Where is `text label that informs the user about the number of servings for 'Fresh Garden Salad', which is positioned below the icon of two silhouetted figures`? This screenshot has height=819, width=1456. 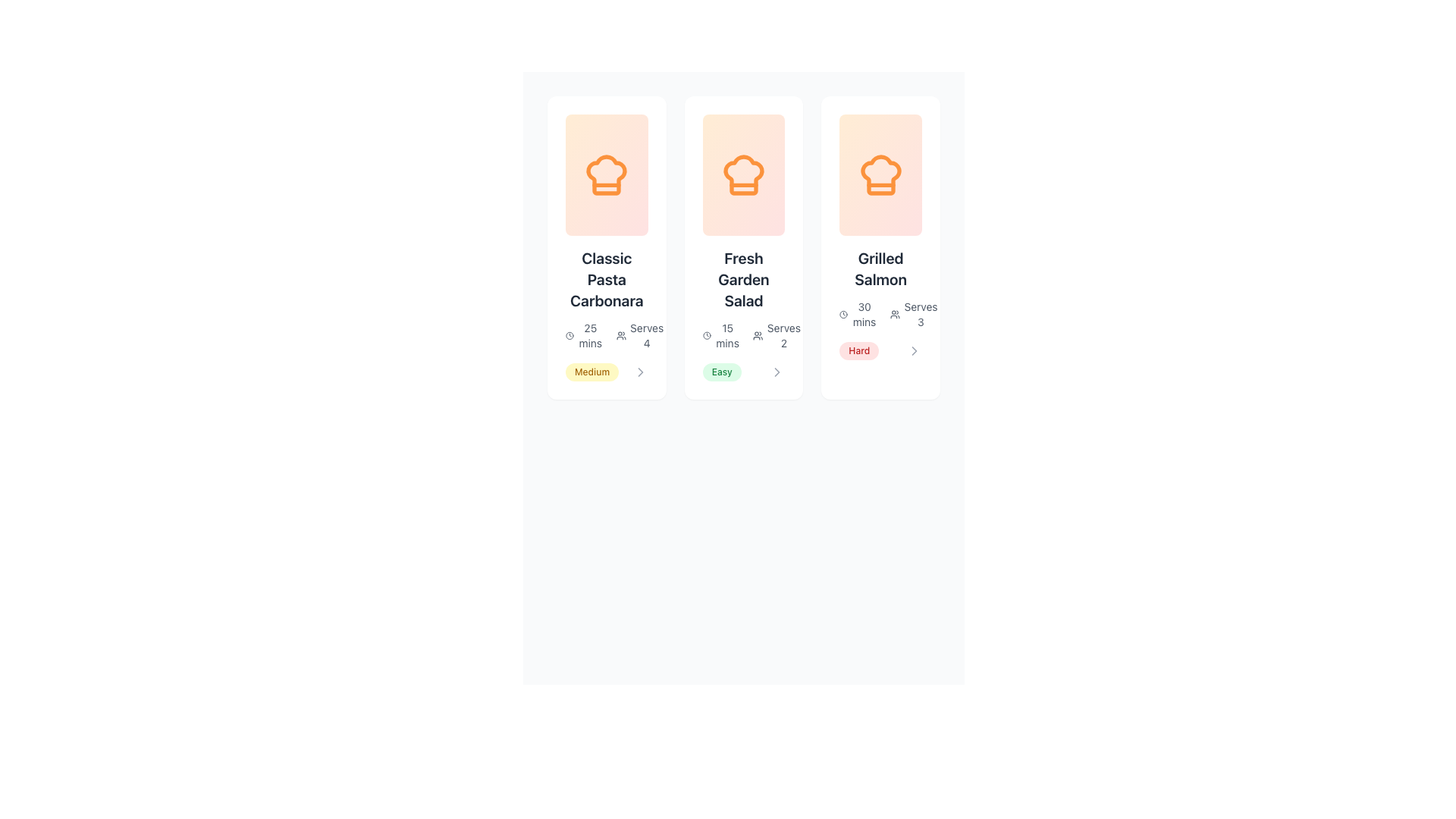 text label that informs the user about the number of servings for 'Fresh Garden Salad', which is positioned below the icon of two silhouetted figures is located at coordinates (783, 335).